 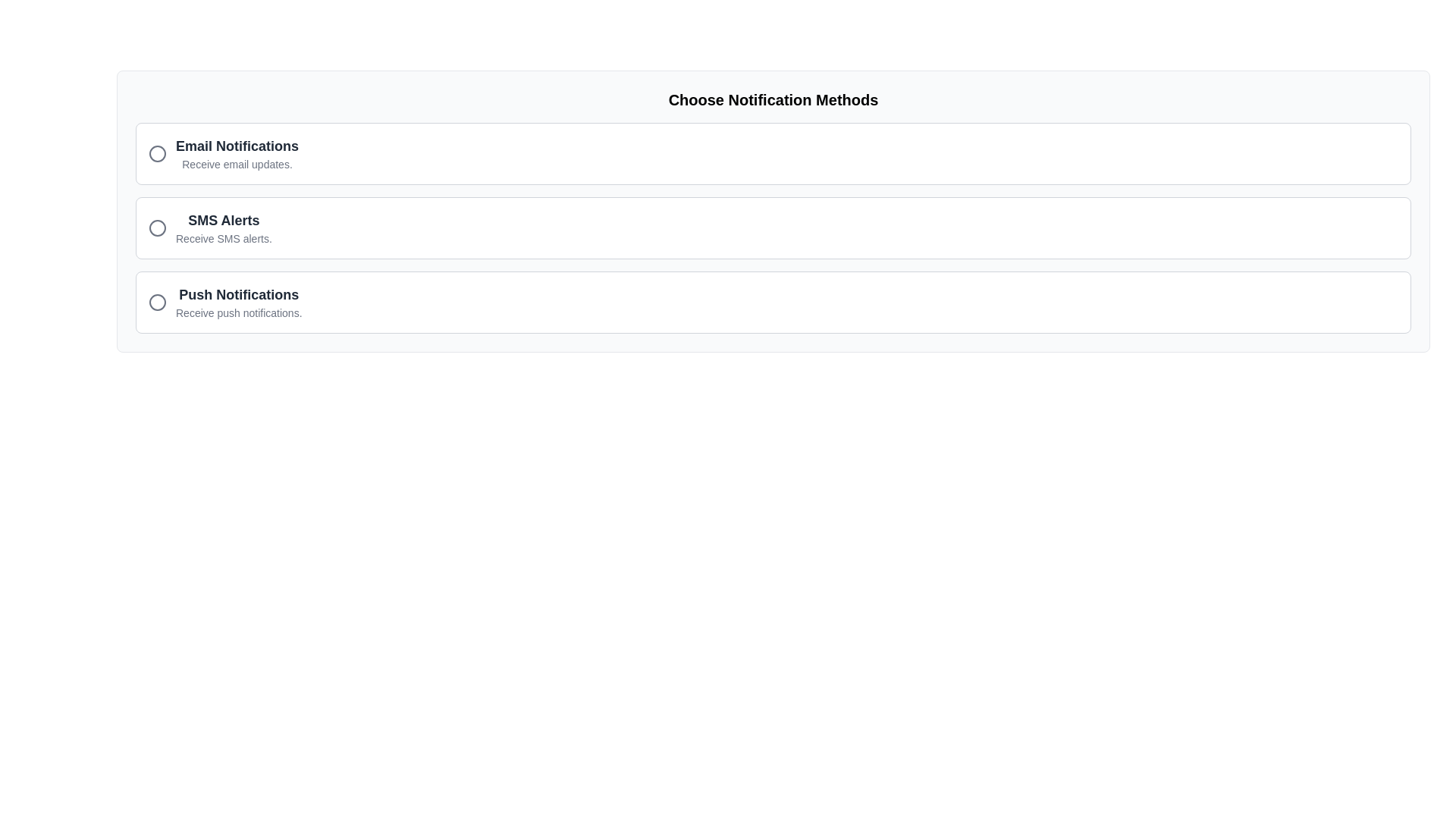 What do you see at coordinates (238, 295) in the screenshot?
I see `title of the notification option indicated by the text label positioned at the bottom of the list beneath the 'SMS Alerts' option` at bounding box center [238, 295].